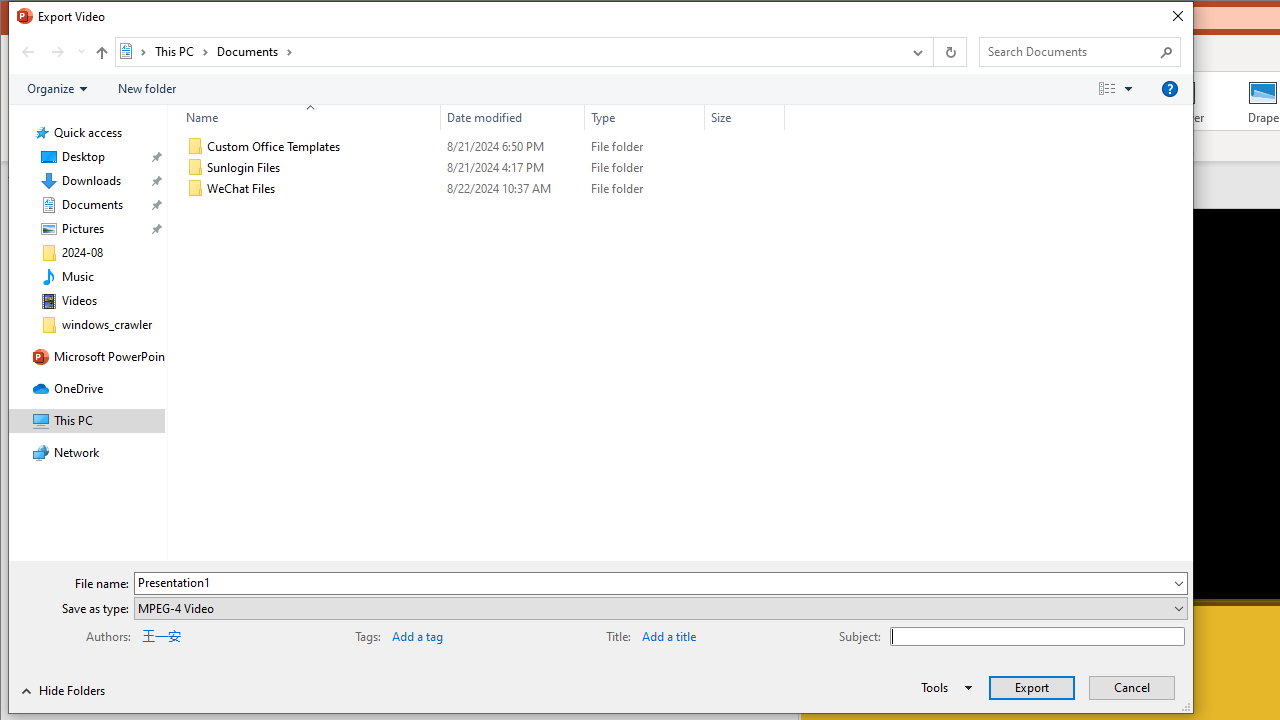 The image size is (1280, 720). Describe the element at coordinates (56, 88) in the screenshot. I see `'Organize'` at that location.